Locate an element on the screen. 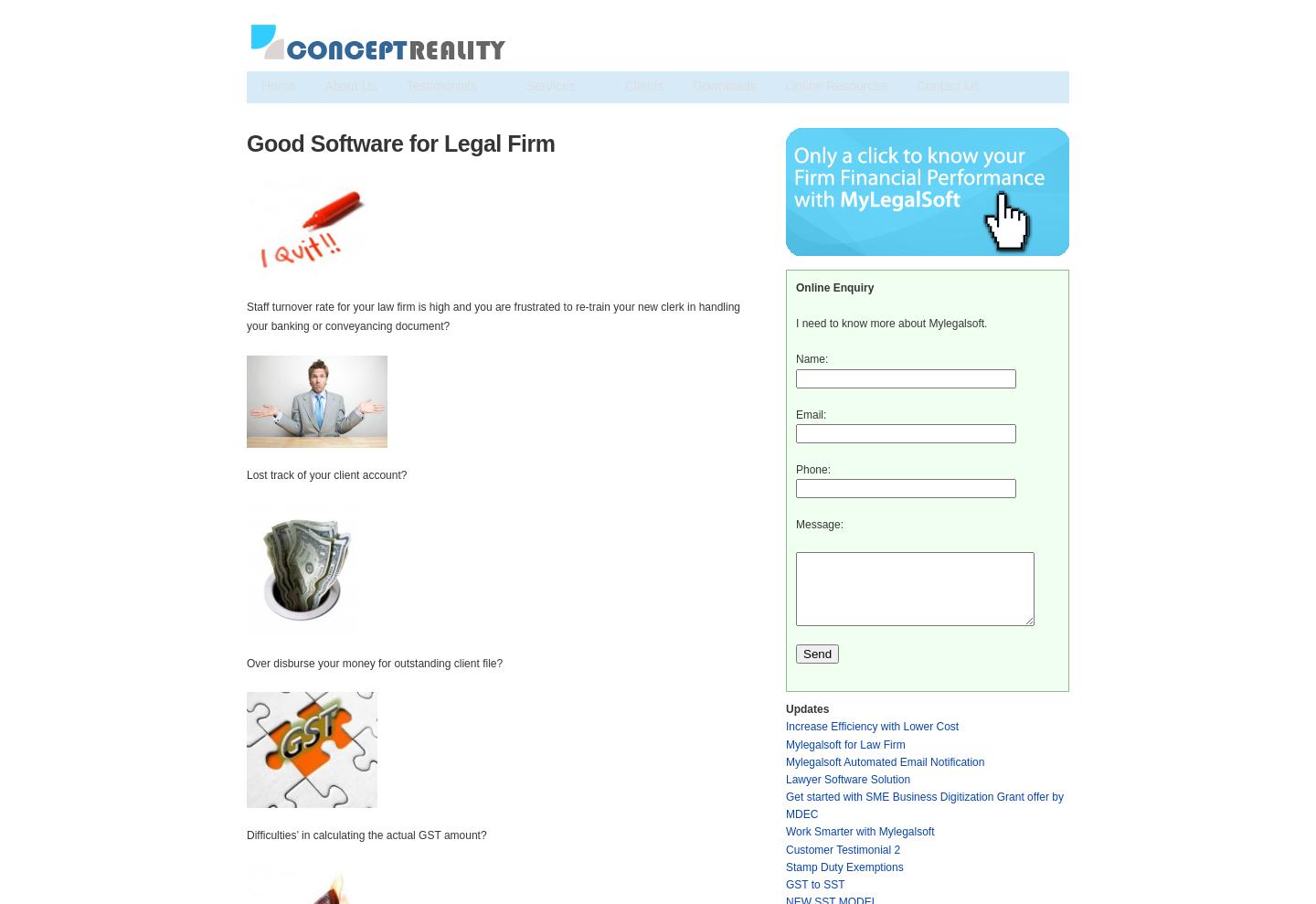 The width and height of the screenshot is (1316, 904). 'I need to know more about Mylegalsoft.' is located at coordinates (890, 322).